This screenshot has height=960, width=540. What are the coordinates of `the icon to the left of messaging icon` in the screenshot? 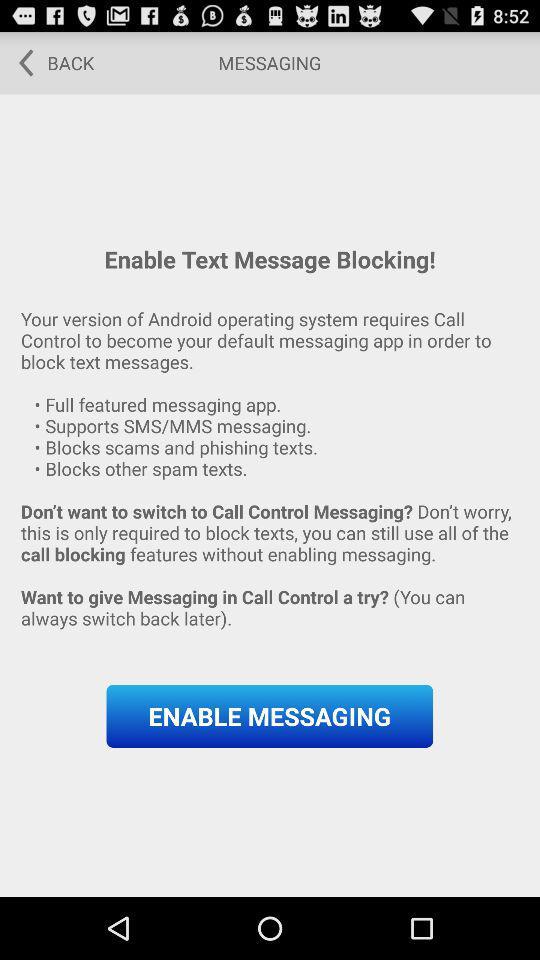 It's located at (49, 62).